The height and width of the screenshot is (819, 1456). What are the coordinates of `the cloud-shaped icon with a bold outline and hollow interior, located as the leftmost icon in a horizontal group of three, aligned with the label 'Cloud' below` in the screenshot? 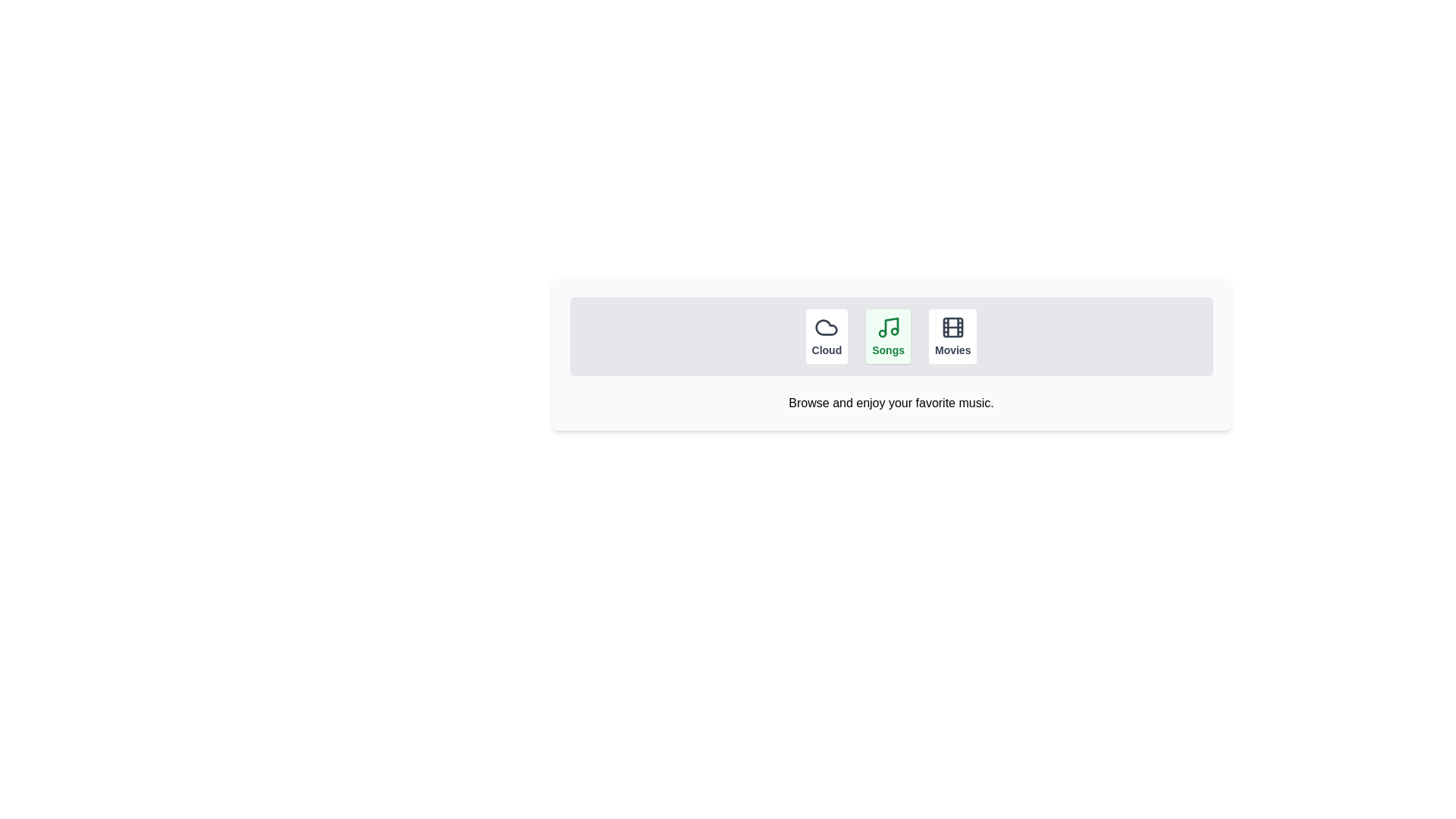 It's located at (826, 327).